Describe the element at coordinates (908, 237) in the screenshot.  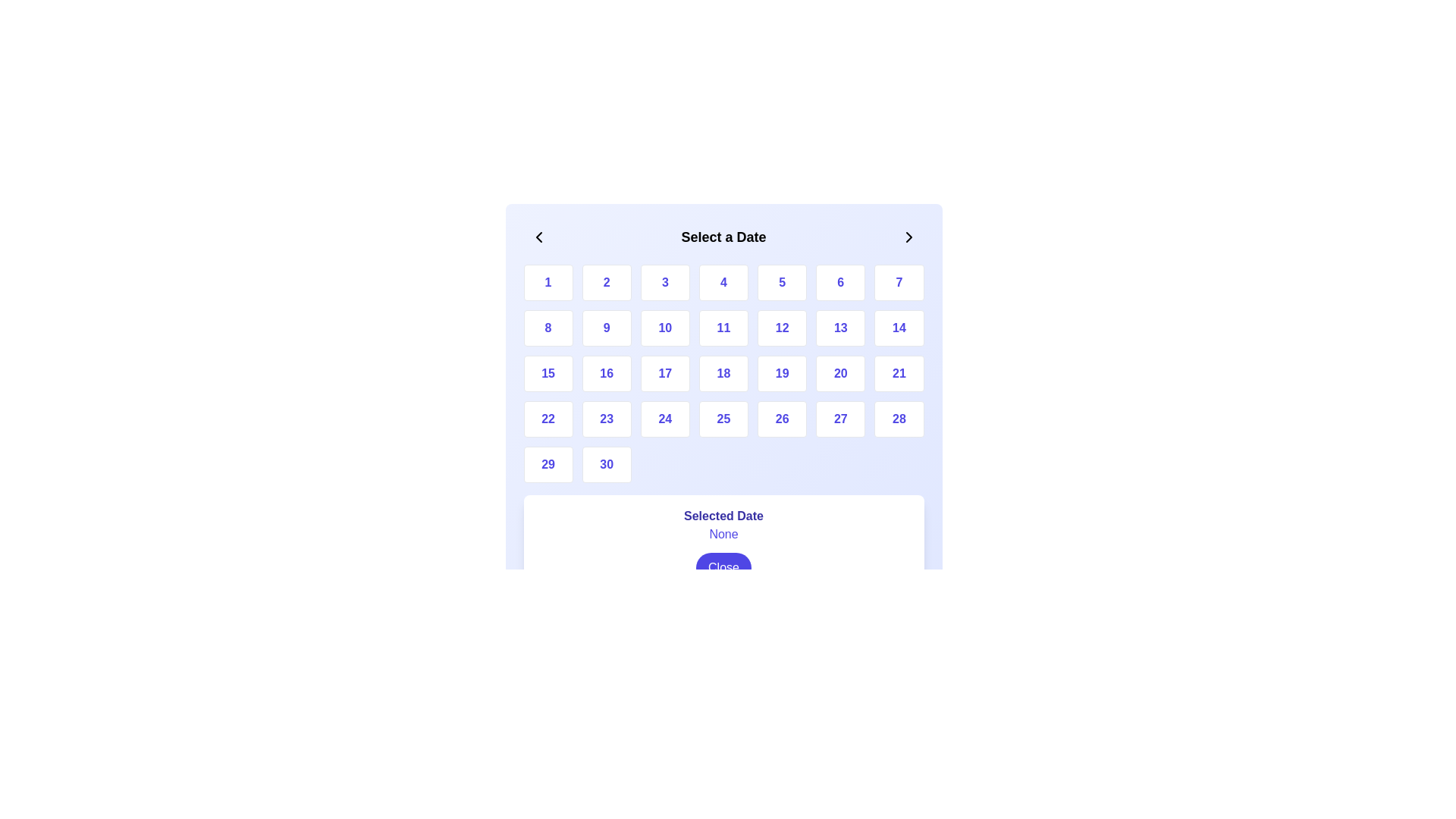
I see `the navigation arrow icon in the top-right corner of the calendar interface` at that location.